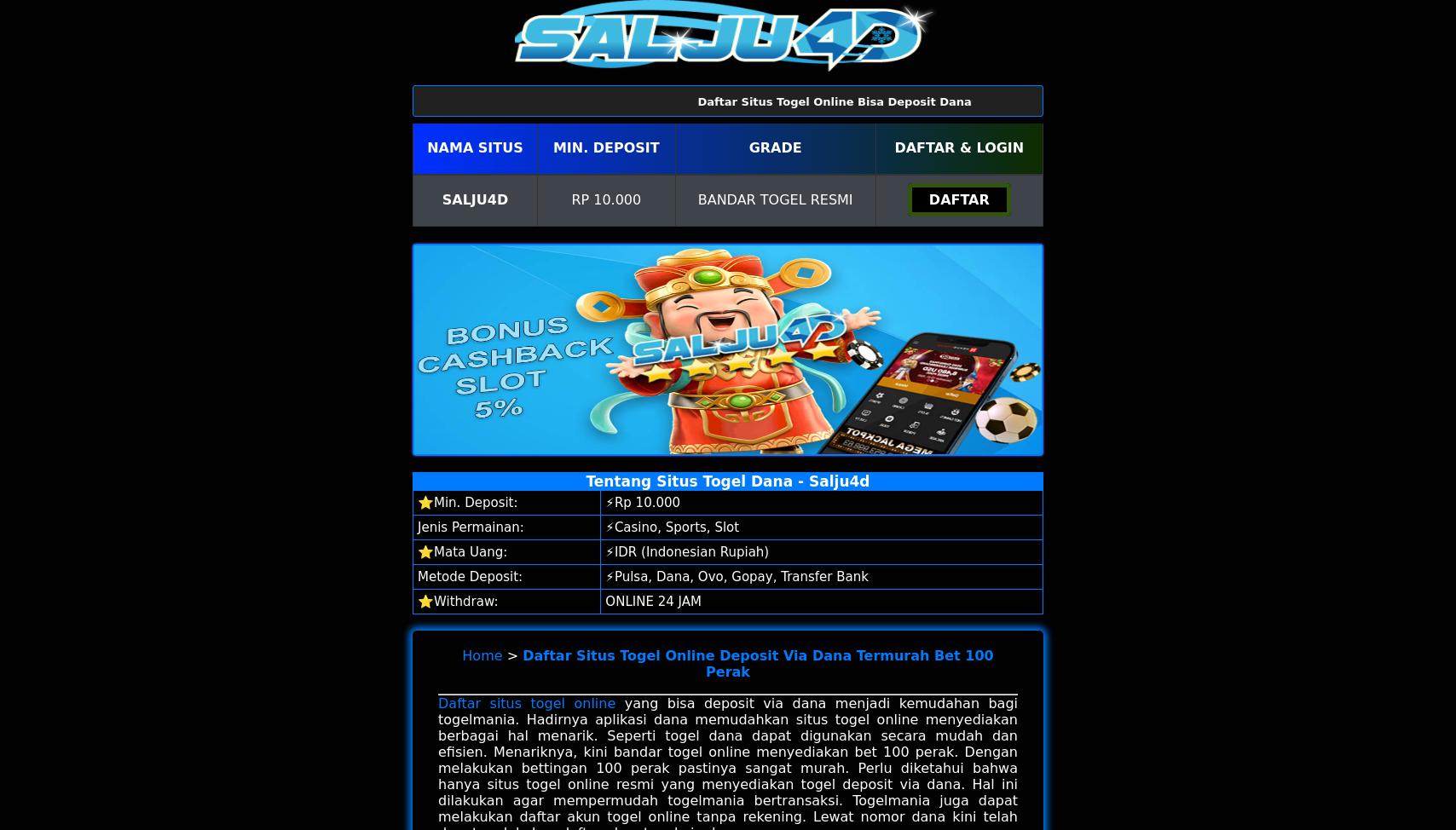 Image resolution: width=1456 pixels, height=830 pixels. What do you see at coordinates (482, 654) in the screenshot?
I see `'Home'` at bounding box center [482, 654].